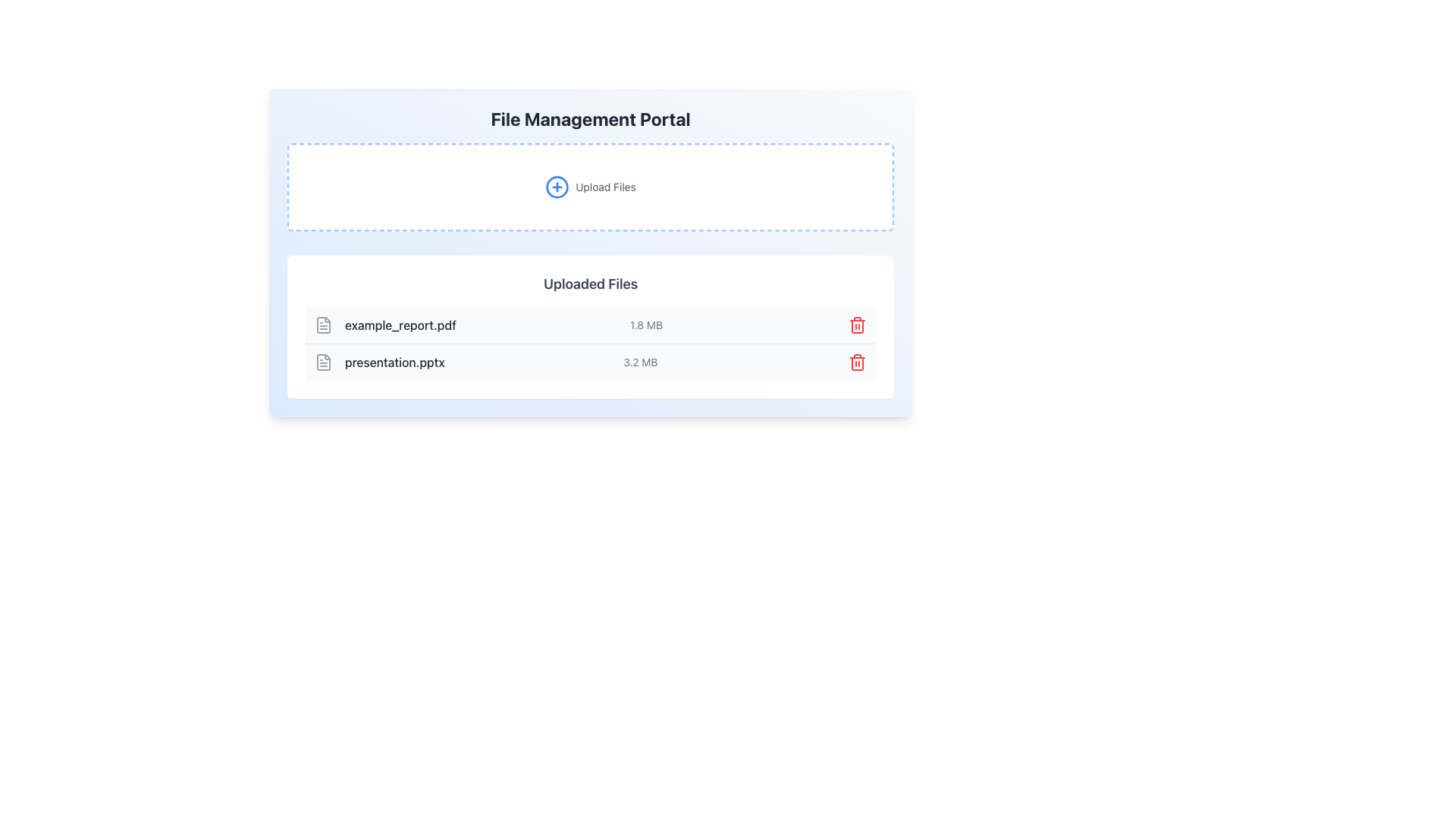  I want to click on the Text Label displaying the filename 'presentation.pptx' located in the second row of the uploaded files table, positioned between the file icon and the delete action icon, so click(394, 362).